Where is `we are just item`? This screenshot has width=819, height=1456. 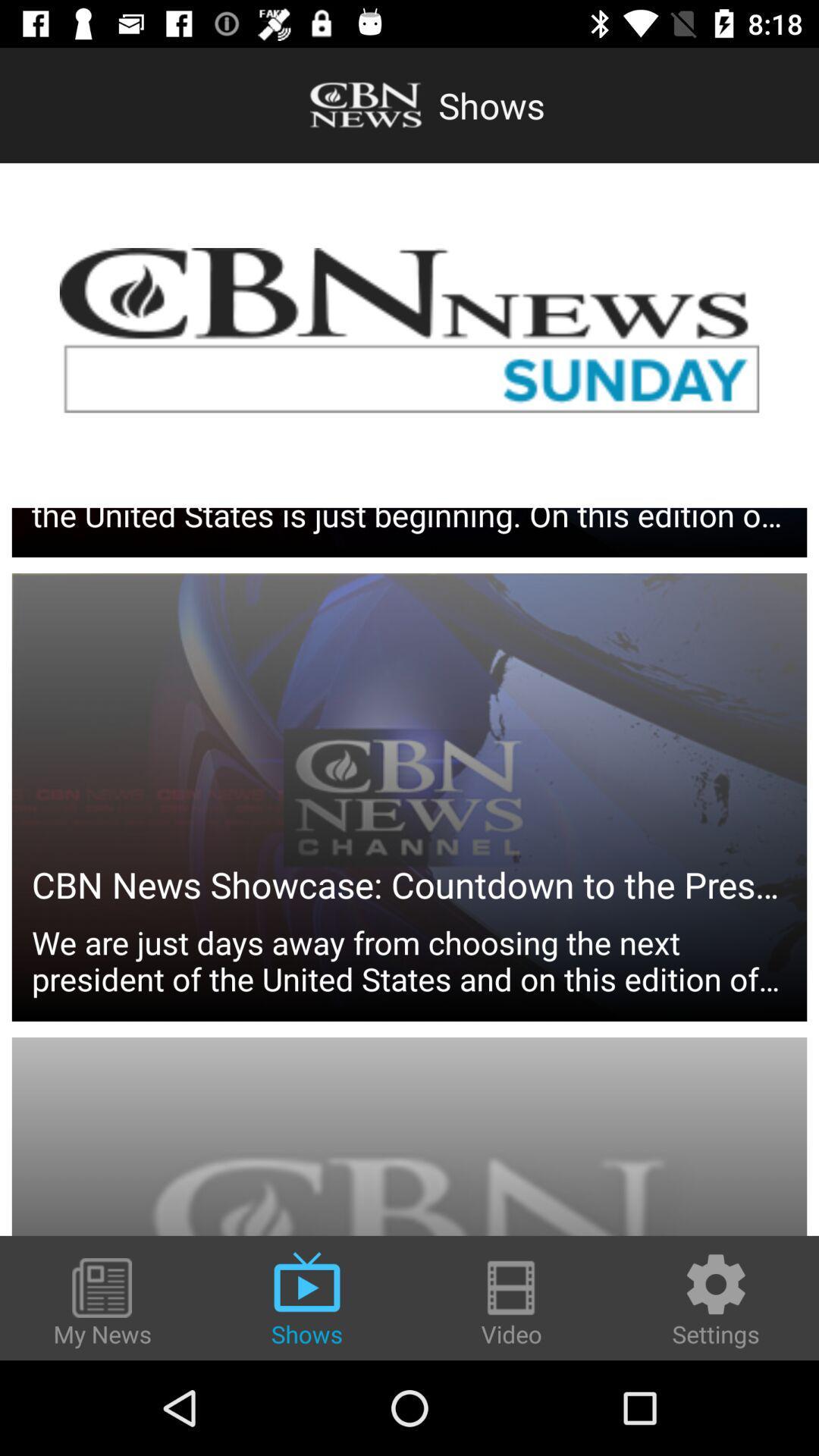 we are just item is located at coordinates (409, 833).